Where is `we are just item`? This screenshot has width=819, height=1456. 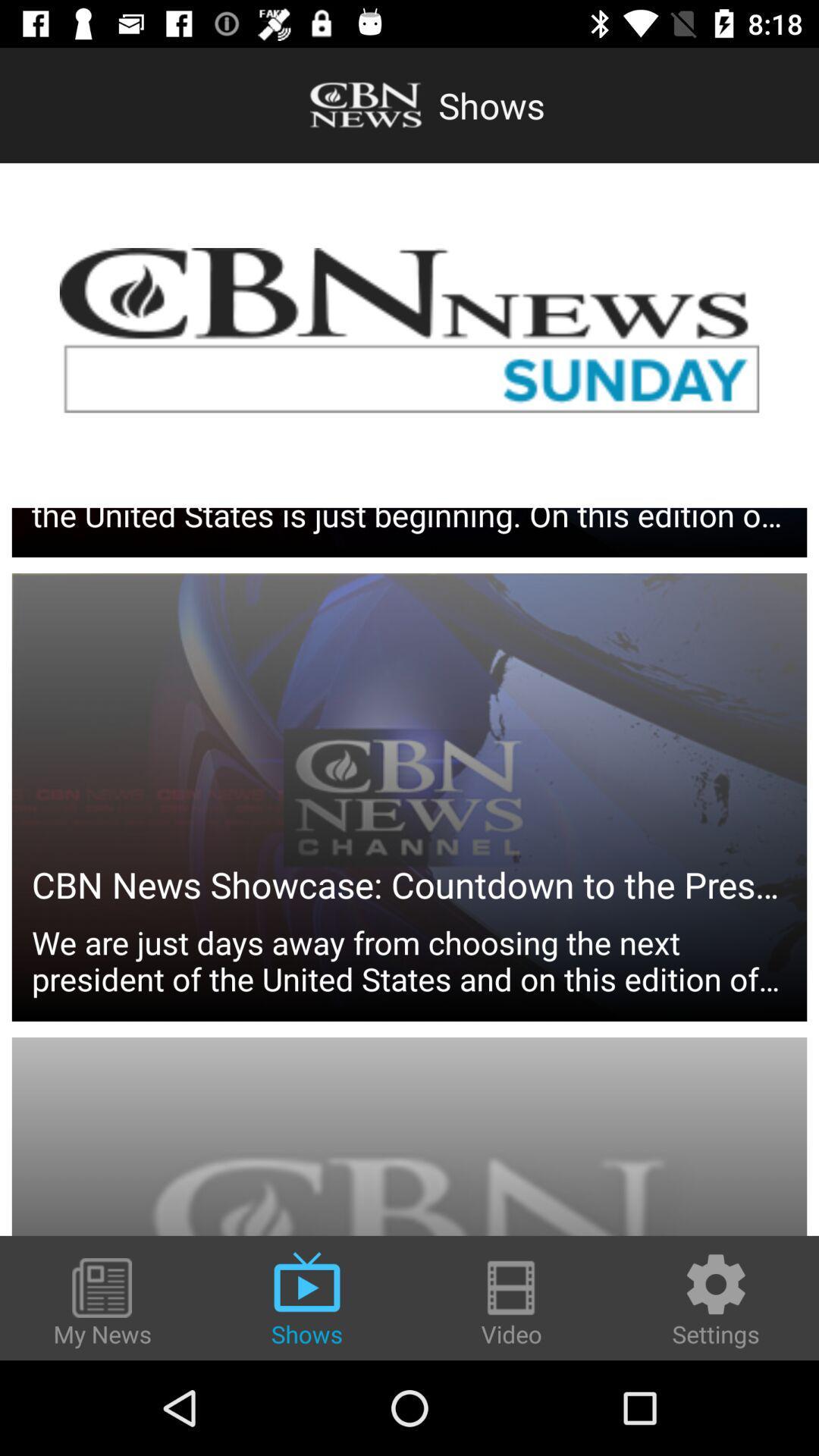 we are just item is located at coordinates (409, 833).